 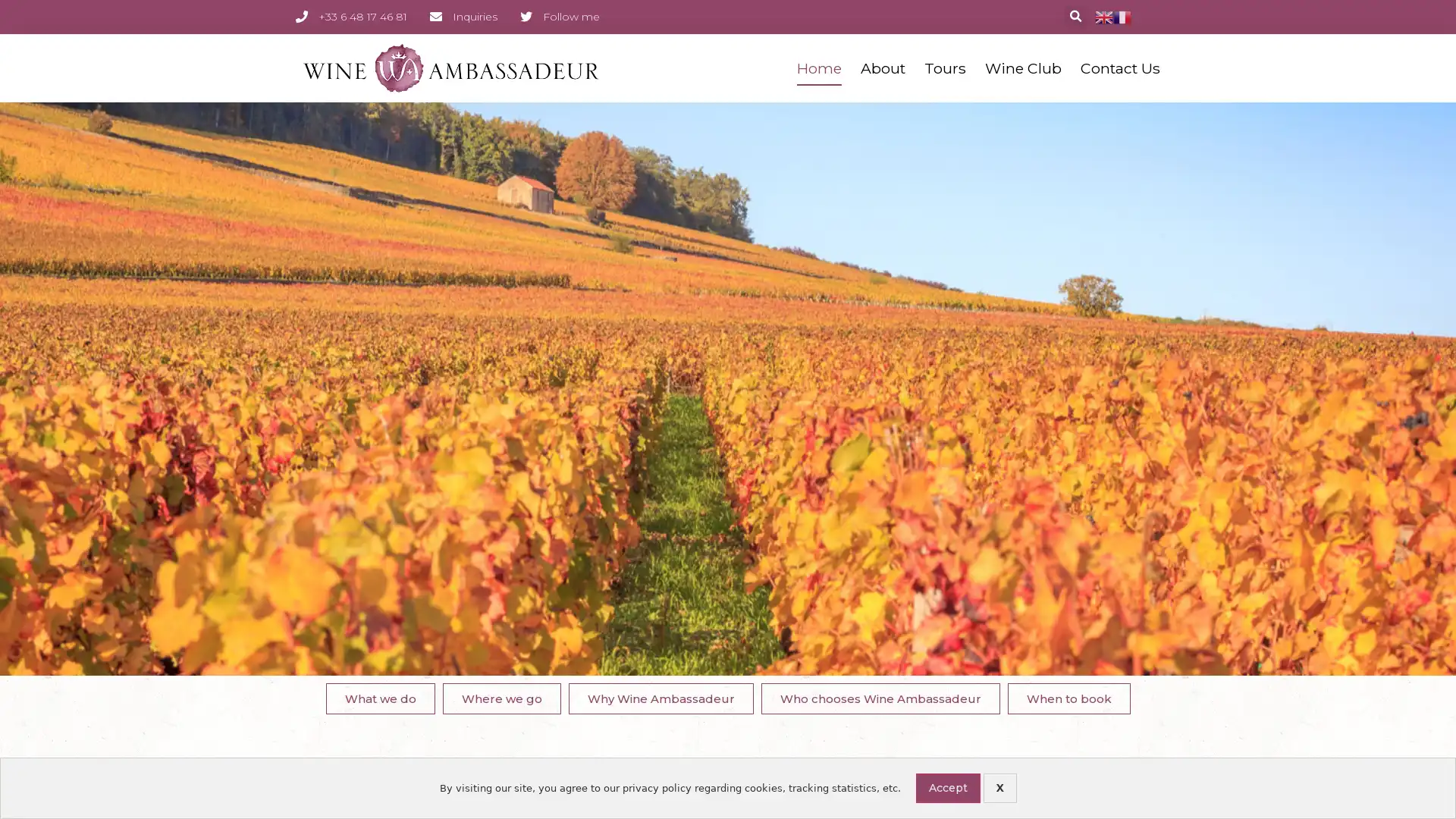 What do you see at coordinates (660, 698) in the screenshot?
I see `Why Wine Ambassadeur` at bounding box center [660, 698].